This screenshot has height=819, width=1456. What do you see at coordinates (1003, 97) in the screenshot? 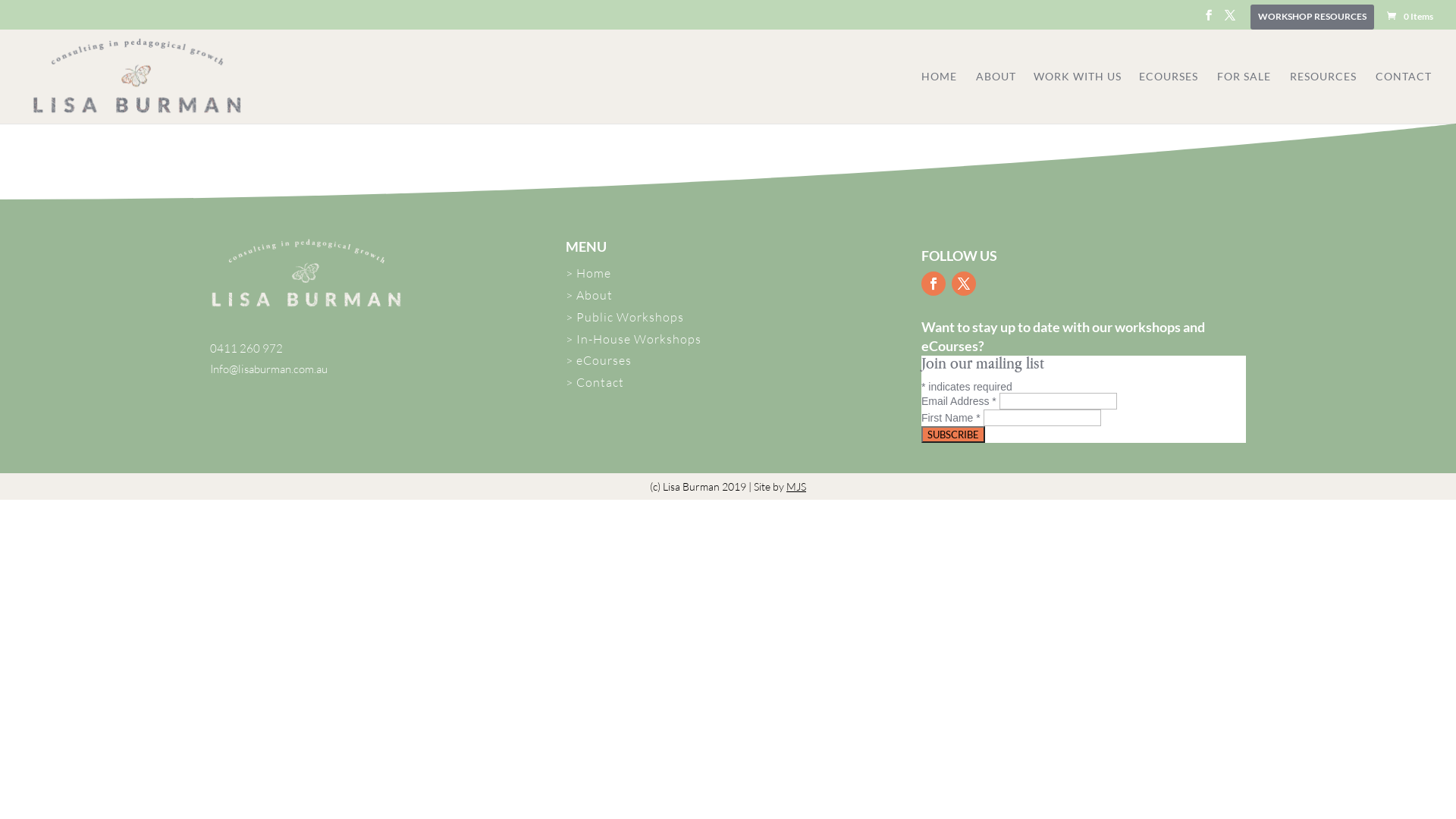
I see `'ABOUT'` at bounding box center [1003, 97].